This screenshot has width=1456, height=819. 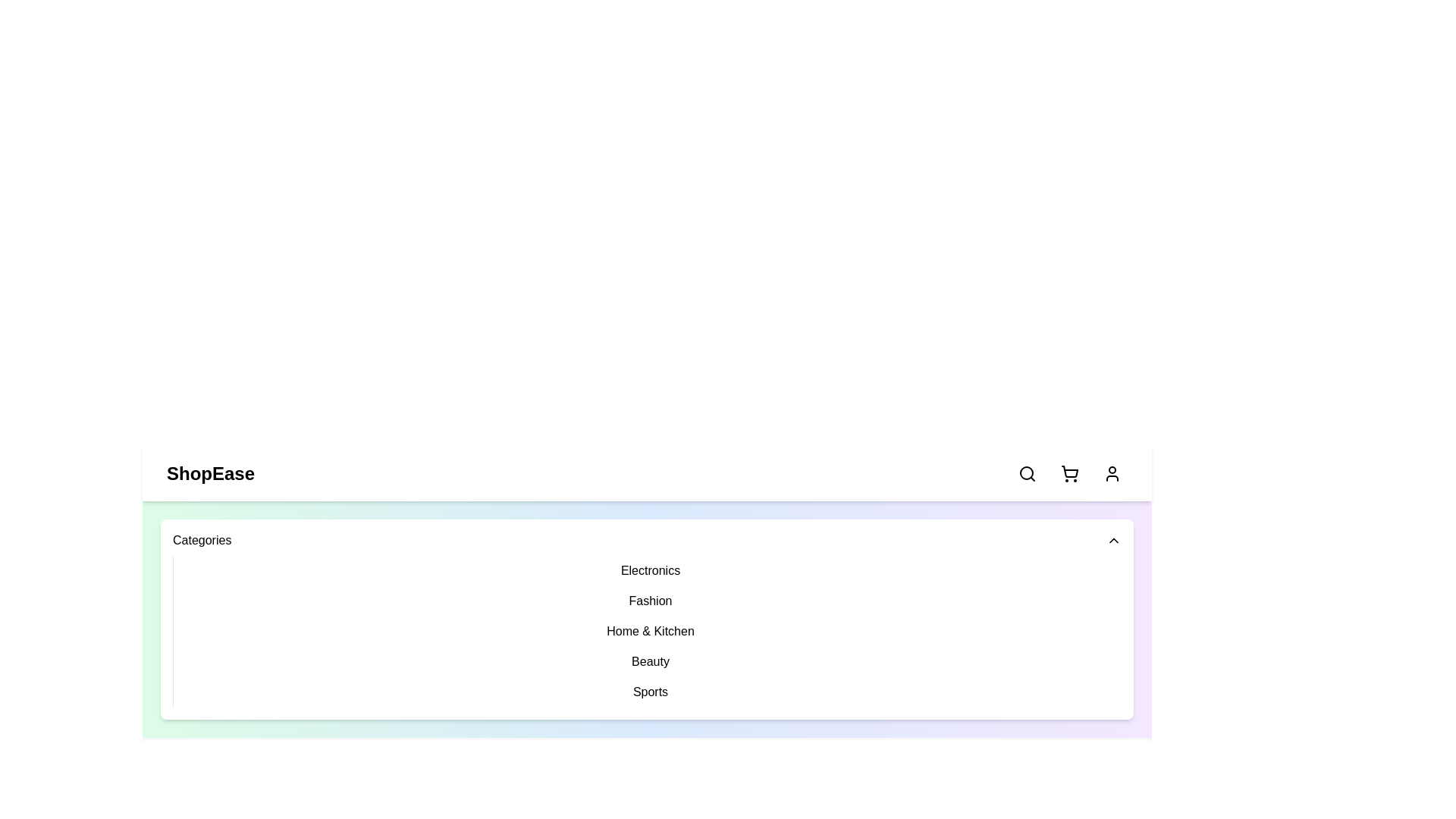 What do you see at coordinates (210, 472) in the screenshot?
I see `the 'ShopEase' title text which is bold and large, located in the top-left section of the header` at bounding box center [210, 472].